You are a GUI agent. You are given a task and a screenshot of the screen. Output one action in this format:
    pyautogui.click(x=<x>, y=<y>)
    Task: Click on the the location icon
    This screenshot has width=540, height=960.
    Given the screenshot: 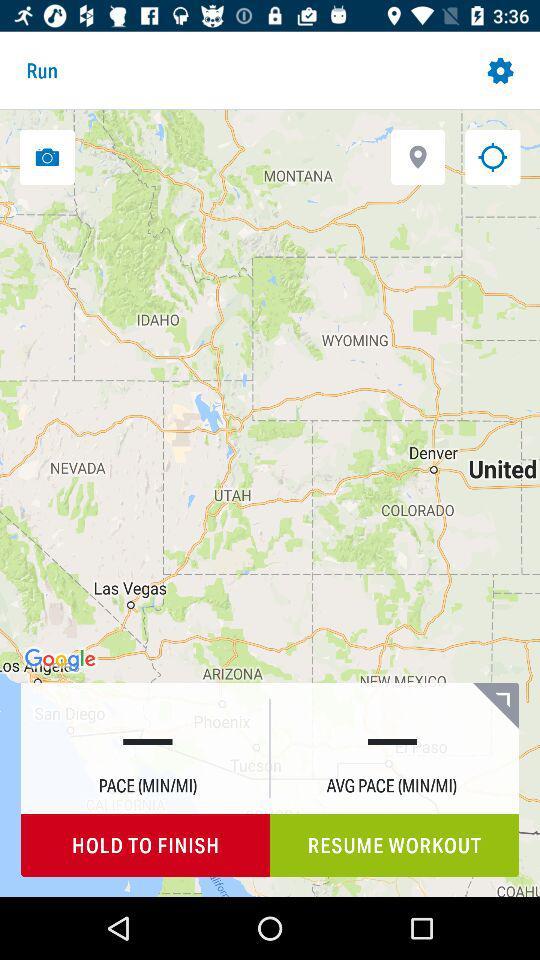 What is the action you would take?
    pyautogui.click(x=417, y=156)
    